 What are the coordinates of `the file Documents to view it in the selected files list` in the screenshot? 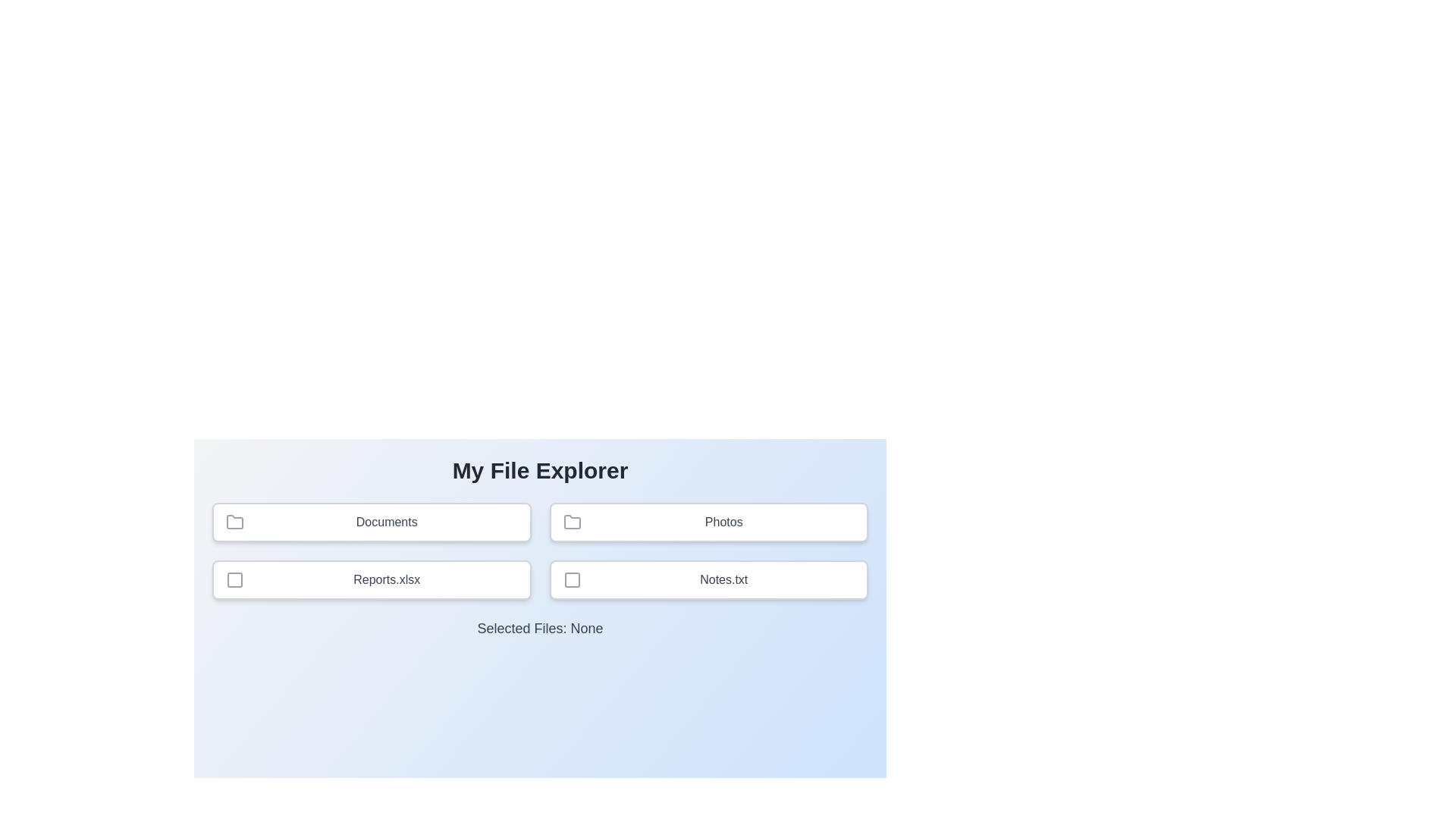 It's located at (372, 522).